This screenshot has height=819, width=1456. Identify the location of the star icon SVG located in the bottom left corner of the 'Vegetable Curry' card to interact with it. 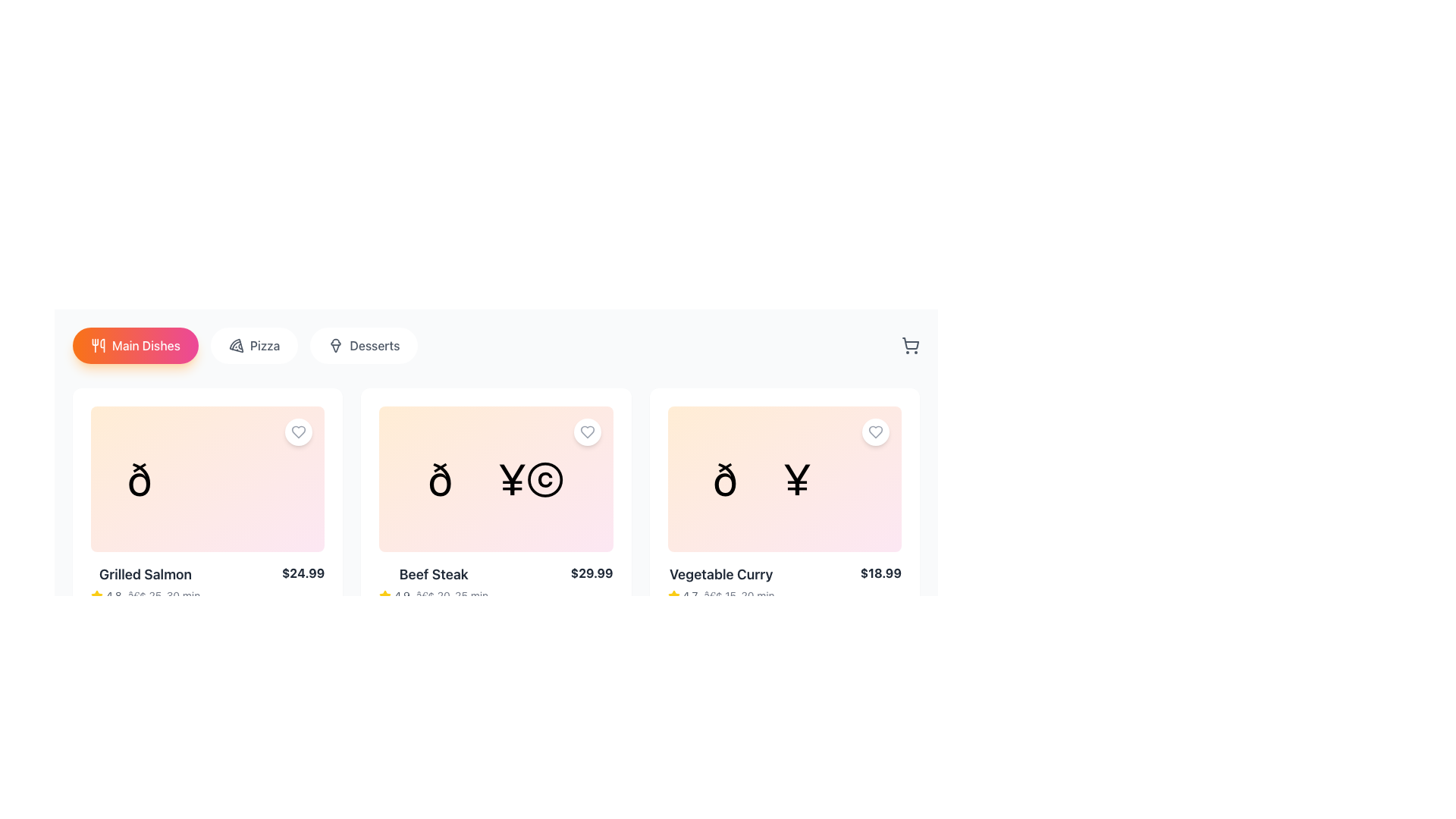
(673, 595).